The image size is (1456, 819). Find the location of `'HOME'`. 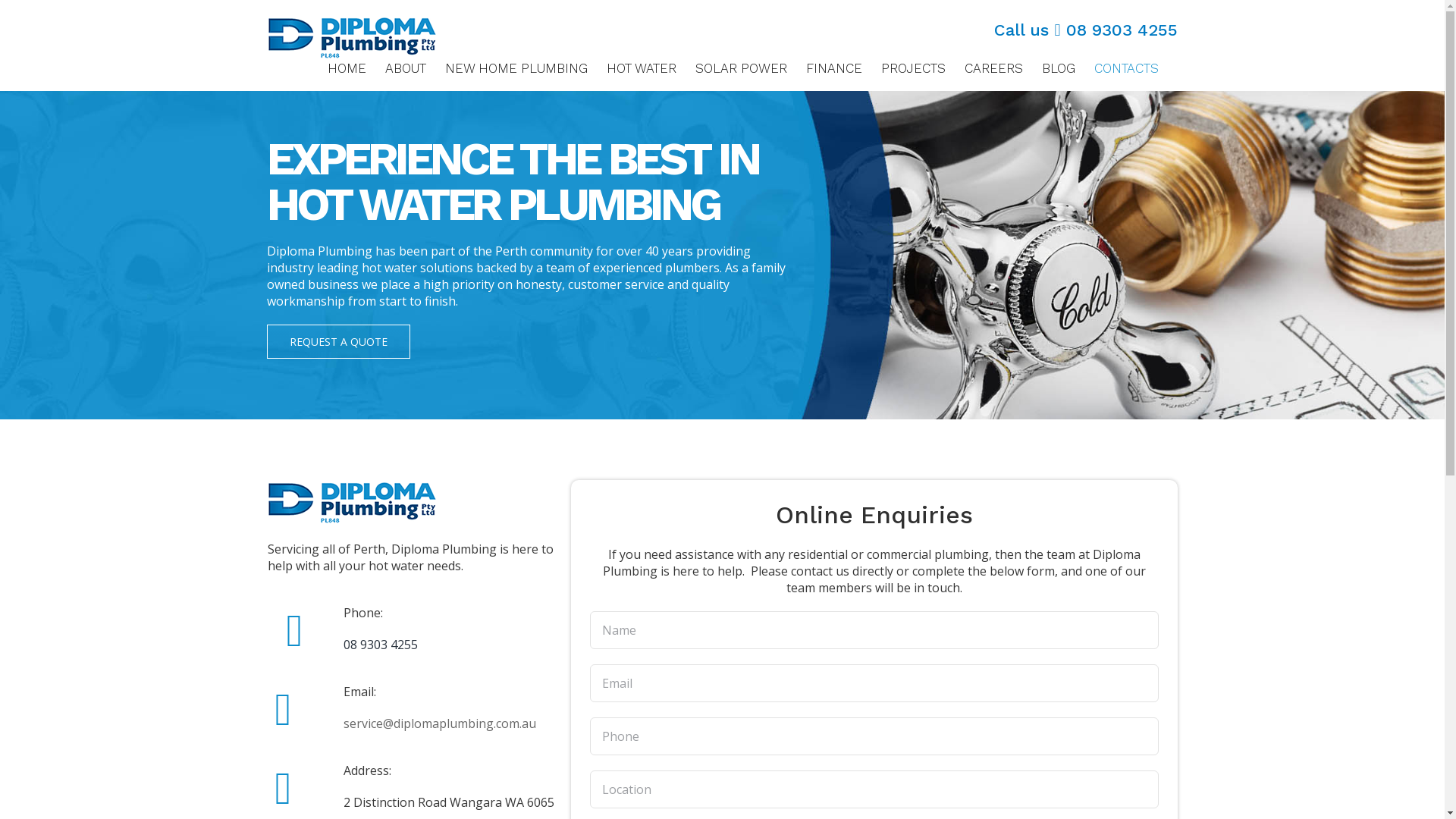

'HOME' is located at coordinates (346, 67).